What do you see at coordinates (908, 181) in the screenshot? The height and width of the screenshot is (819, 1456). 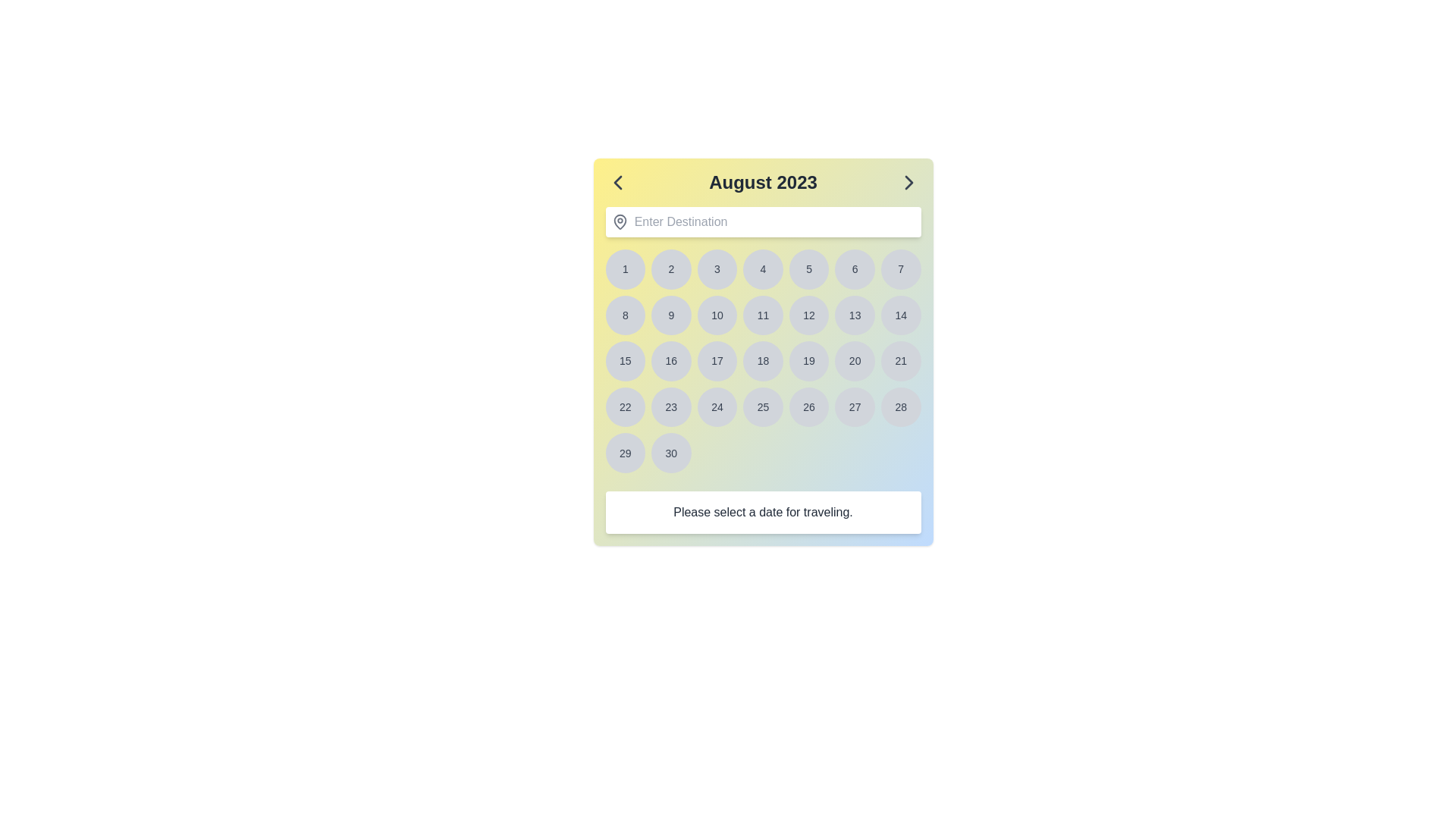 I see `the right-pointing chevron icon located to the far right of the 'August 2023' heading for a tooltip or highlight effect` at bounding box center [908, 181].